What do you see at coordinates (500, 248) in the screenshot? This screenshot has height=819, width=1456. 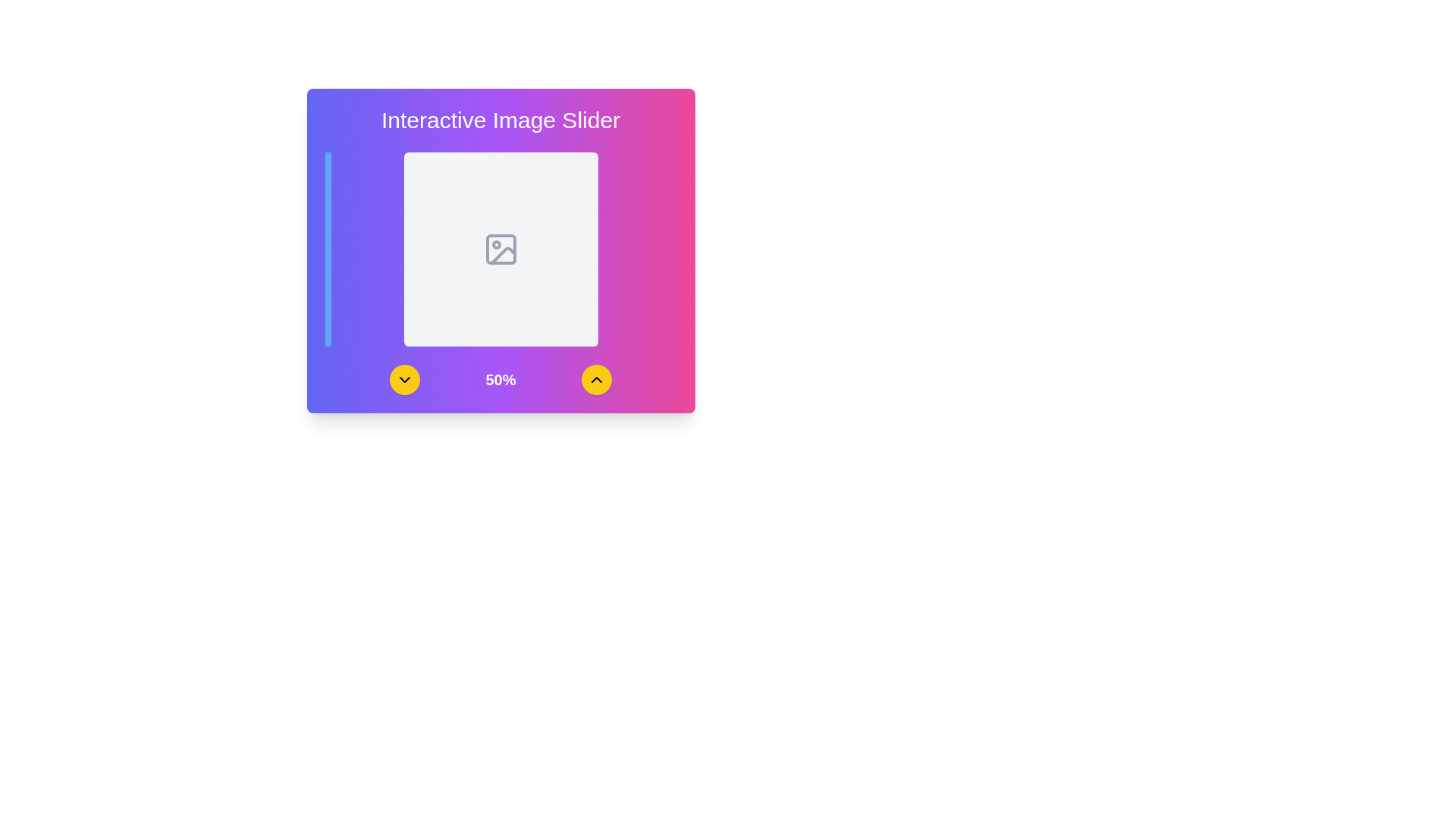 I see `the image placeholder icon located centrally within a gray square area in the middle of the pink and purple rectangular section` at bounding box center [500, 248].